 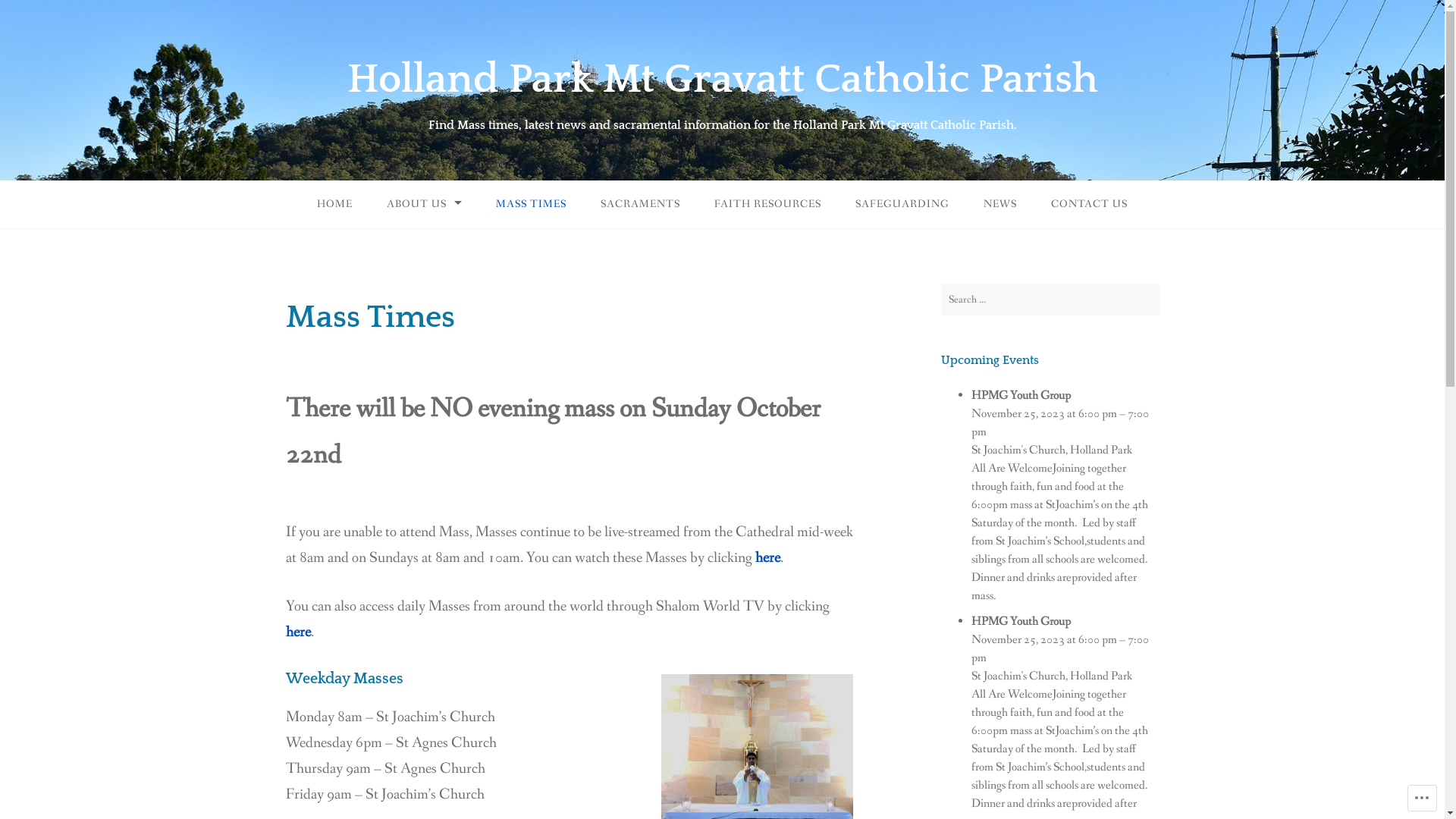 I want to click on 'FAITH RESOURCES', so click(x=698, y=203).